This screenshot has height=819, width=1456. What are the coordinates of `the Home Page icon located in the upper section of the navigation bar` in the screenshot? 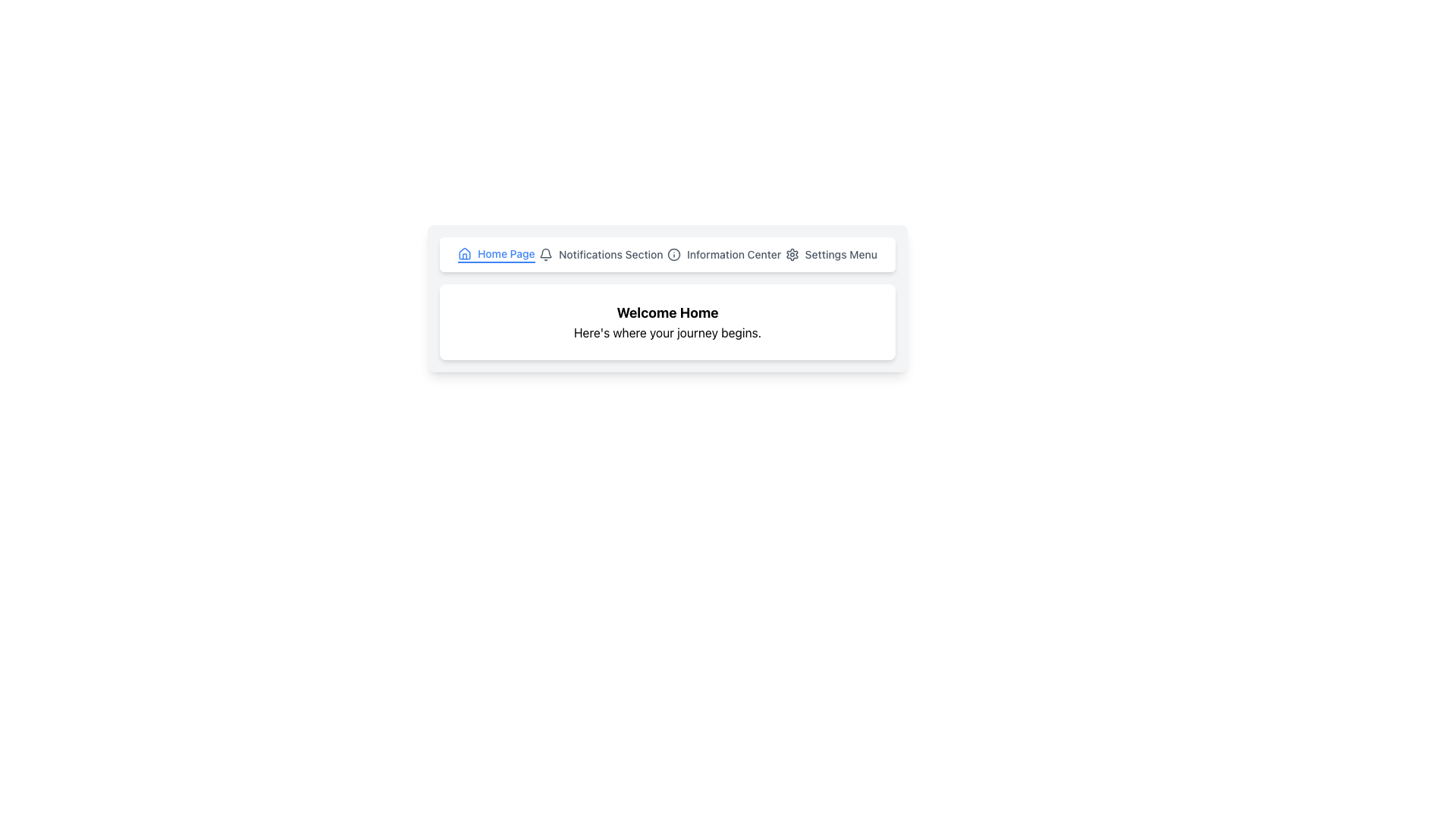 It's located at (464, 253).